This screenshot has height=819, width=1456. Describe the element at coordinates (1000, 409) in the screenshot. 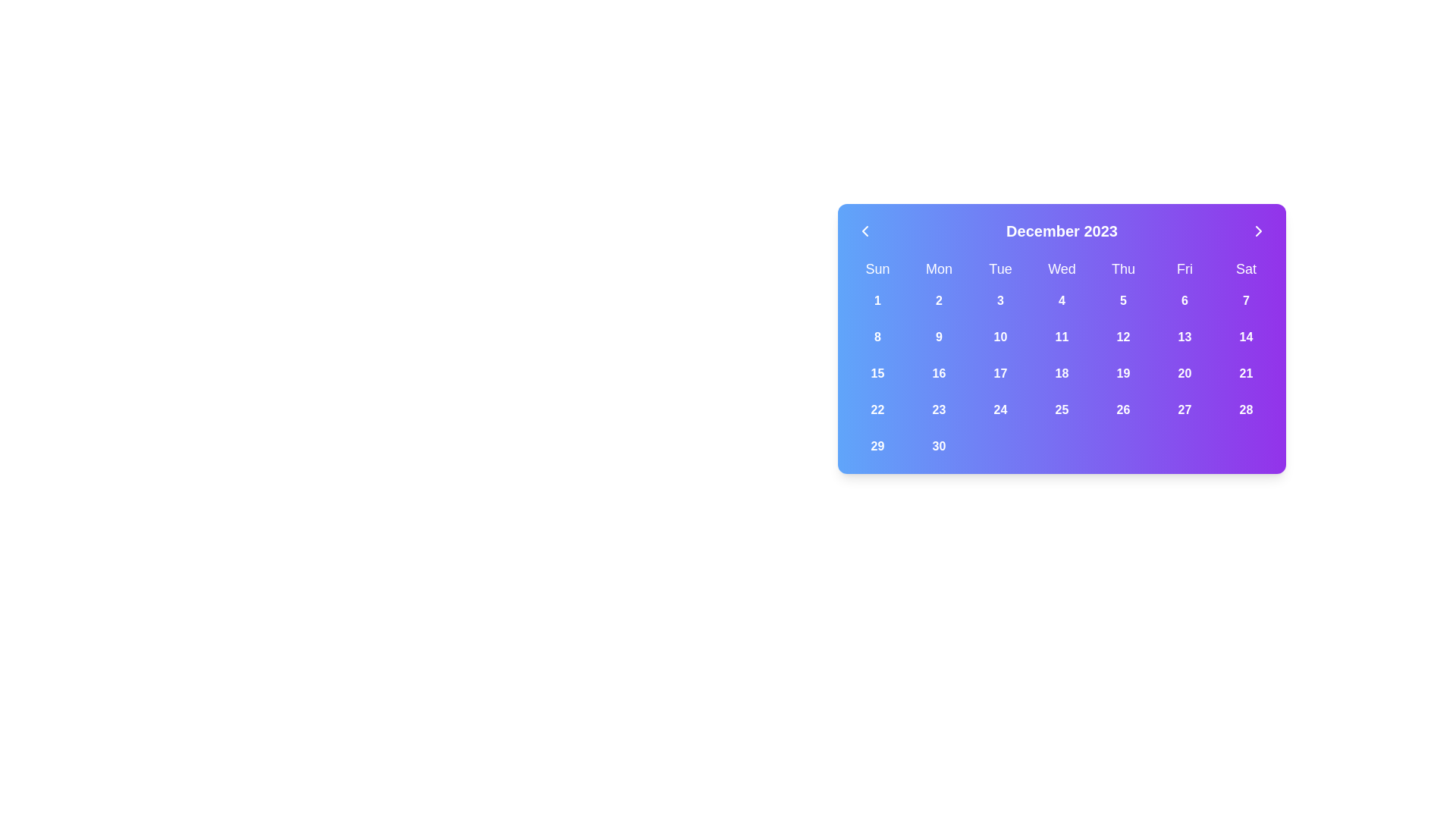

I see `the selectable date button for the 24th day in the calendar, which is located in the fourth row and fourth column, to change its background color` at that location.